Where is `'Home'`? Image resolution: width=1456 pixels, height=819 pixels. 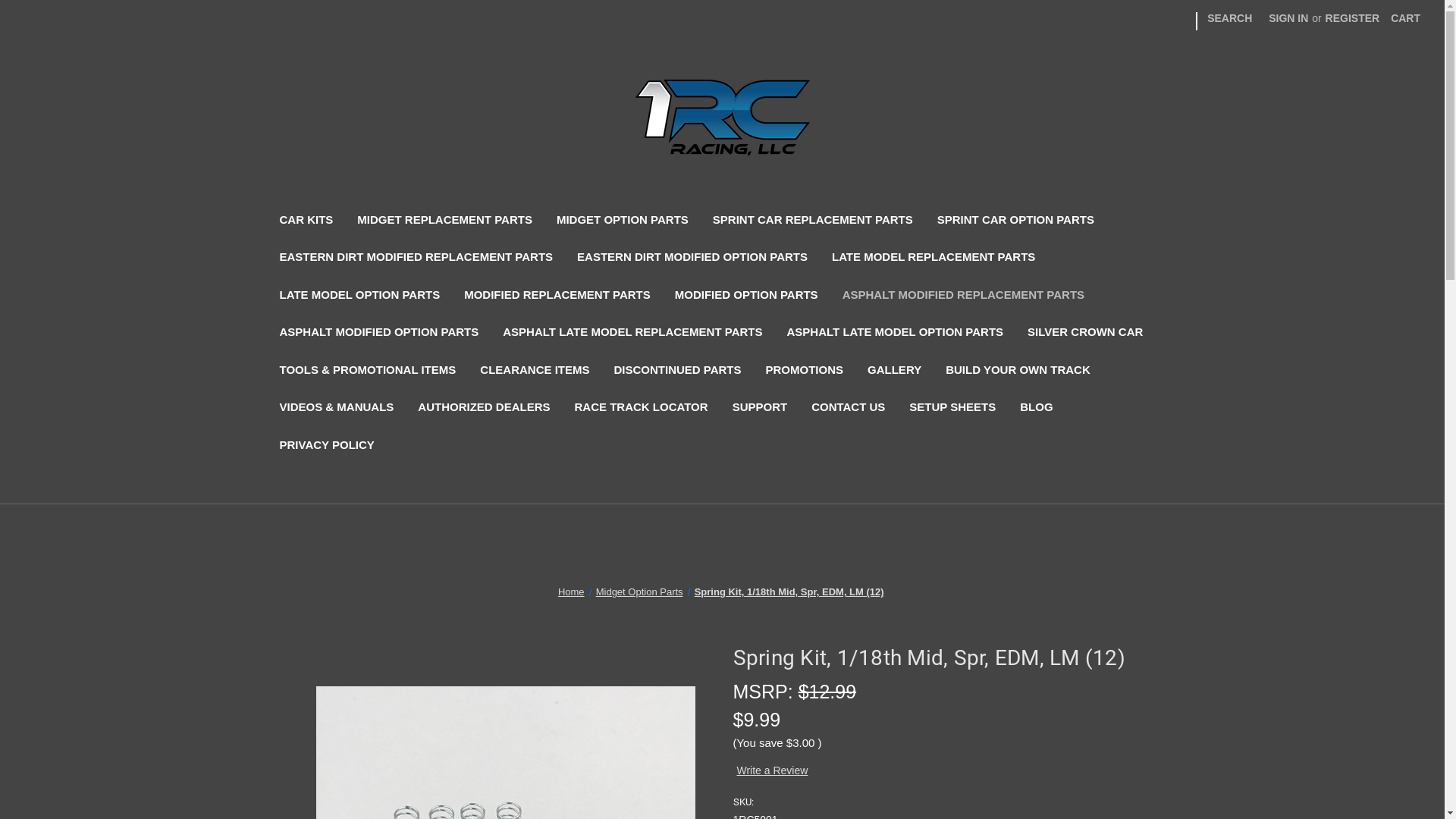 'Home' is located at coordinates (570, 591).